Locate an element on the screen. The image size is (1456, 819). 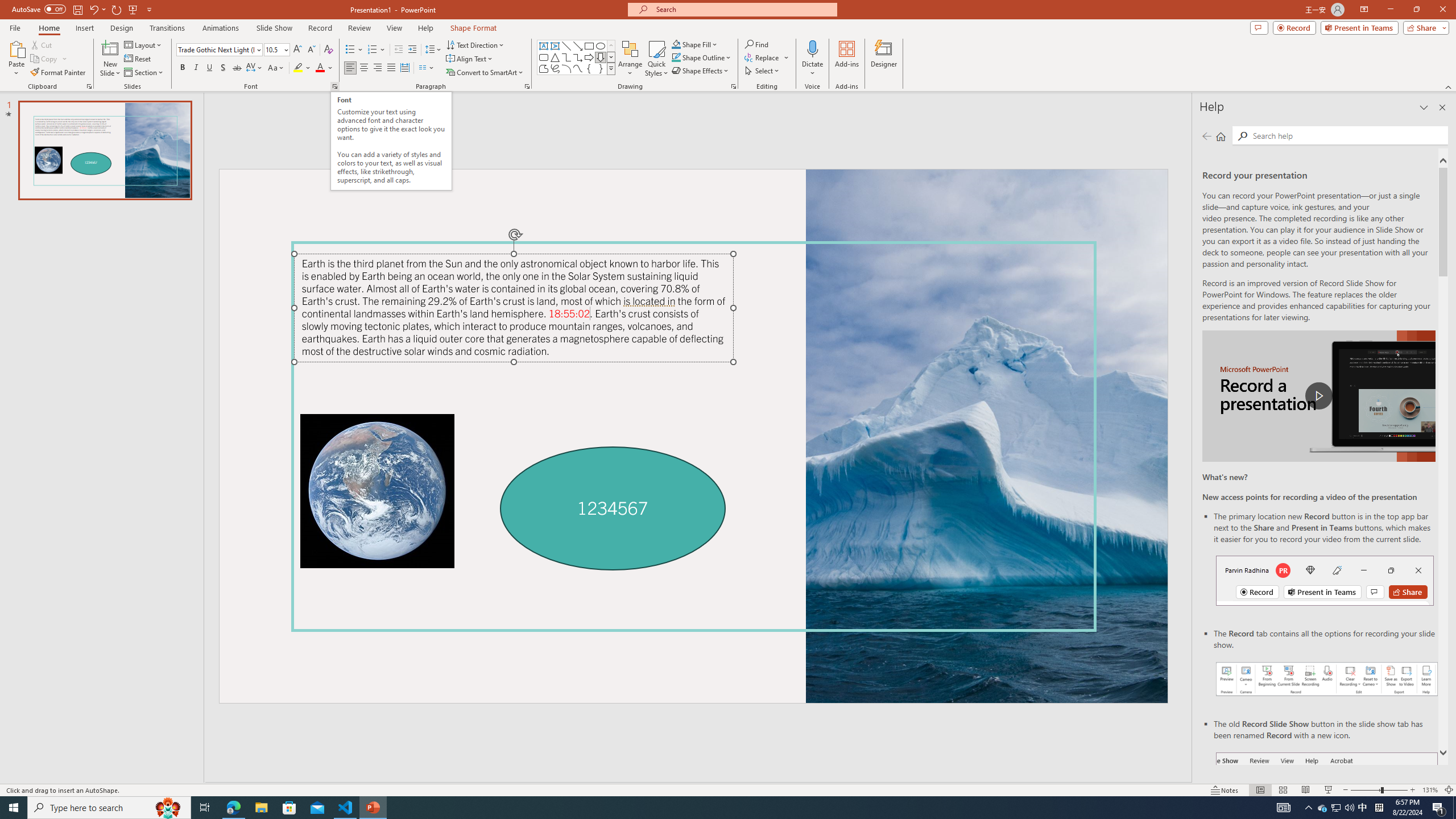
'Class: NetUIImage' is located at coordinates (610, 68).